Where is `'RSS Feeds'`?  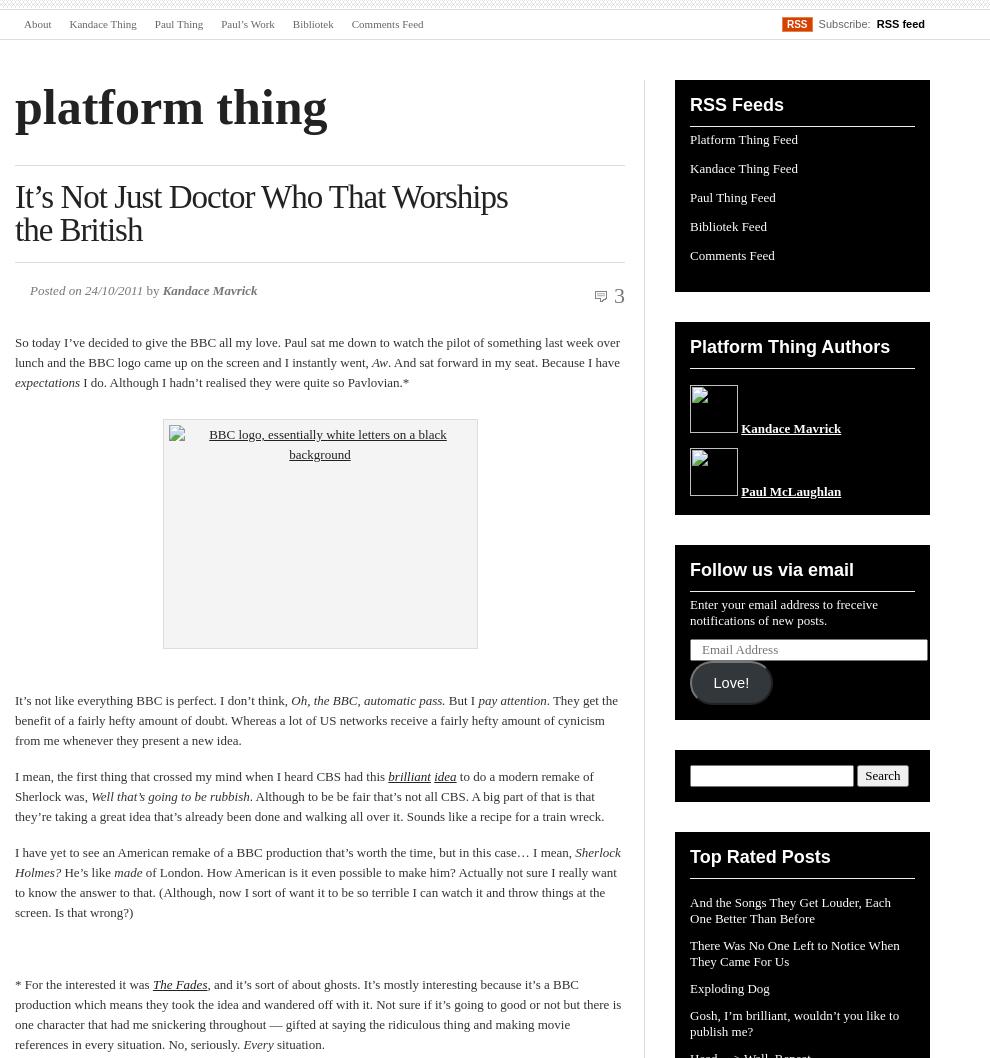
'RSS Feeds' is located at coordinates (735, 103).